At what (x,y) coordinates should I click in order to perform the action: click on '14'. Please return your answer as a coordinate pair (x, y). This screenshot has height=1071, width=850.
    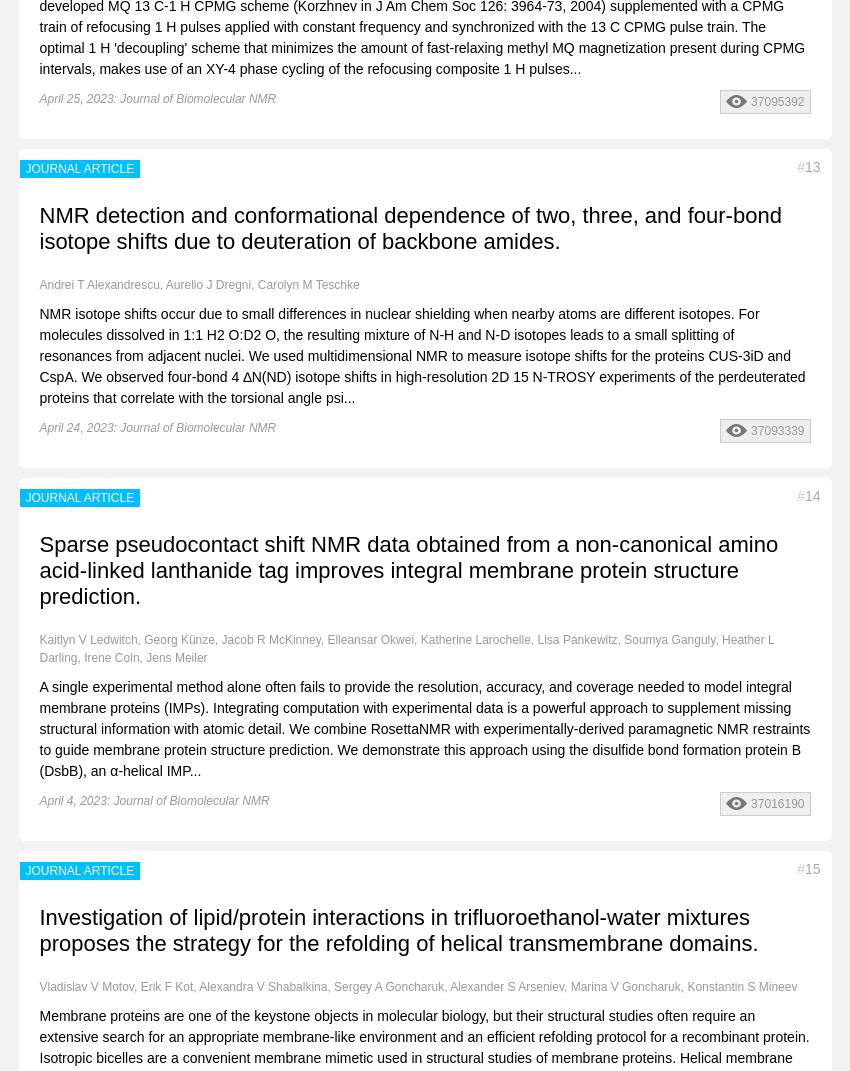
    Looking at the image, I should click on (812, 494).